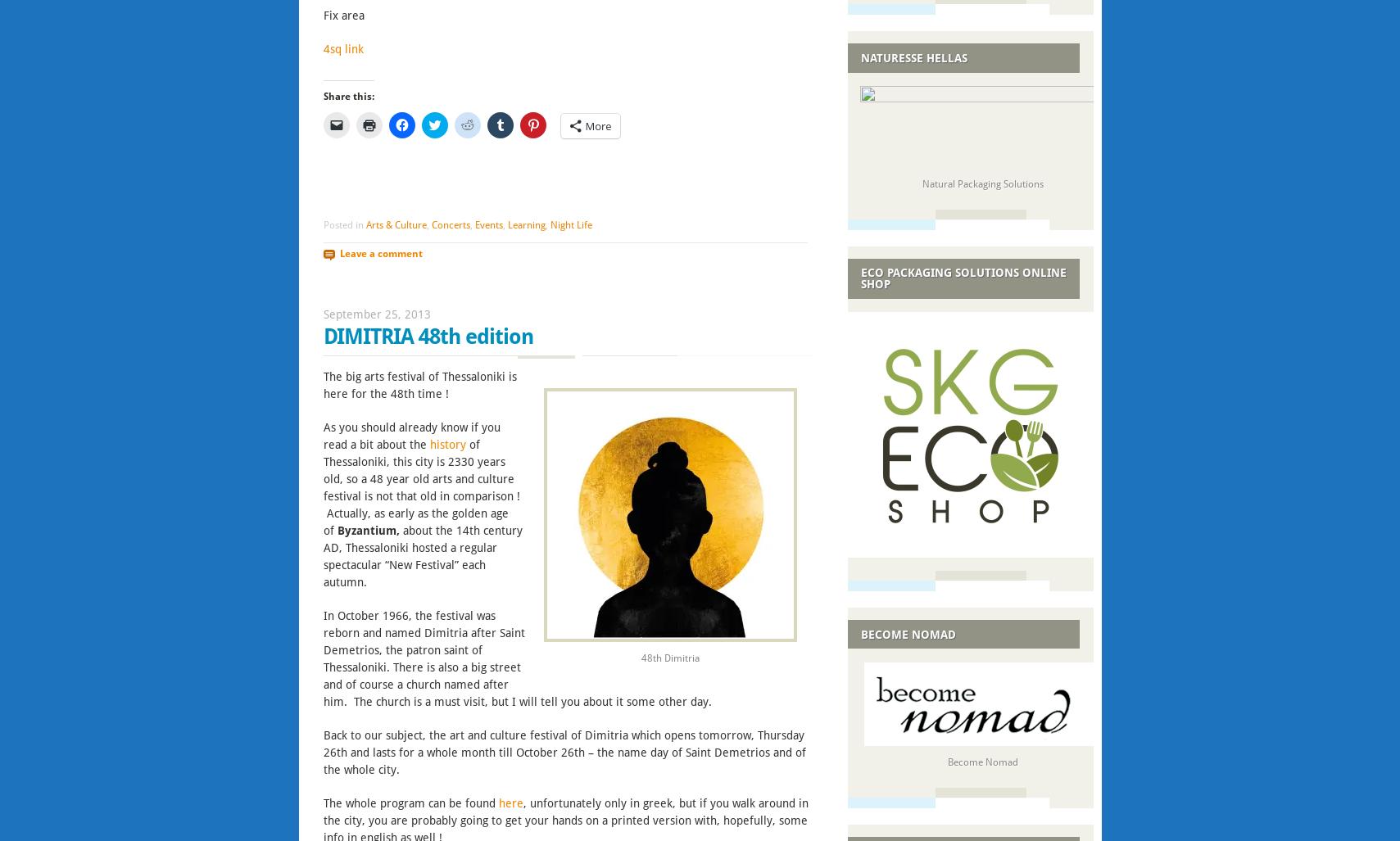 The height and width of the screenshot is (841, 1400). Describe the element at coordinates (421, 554) in the screenshot. I see `'about the 14th century AD, Thessaloniki hosted a regular spectacular “New Festival” each autumn.'` at that location.